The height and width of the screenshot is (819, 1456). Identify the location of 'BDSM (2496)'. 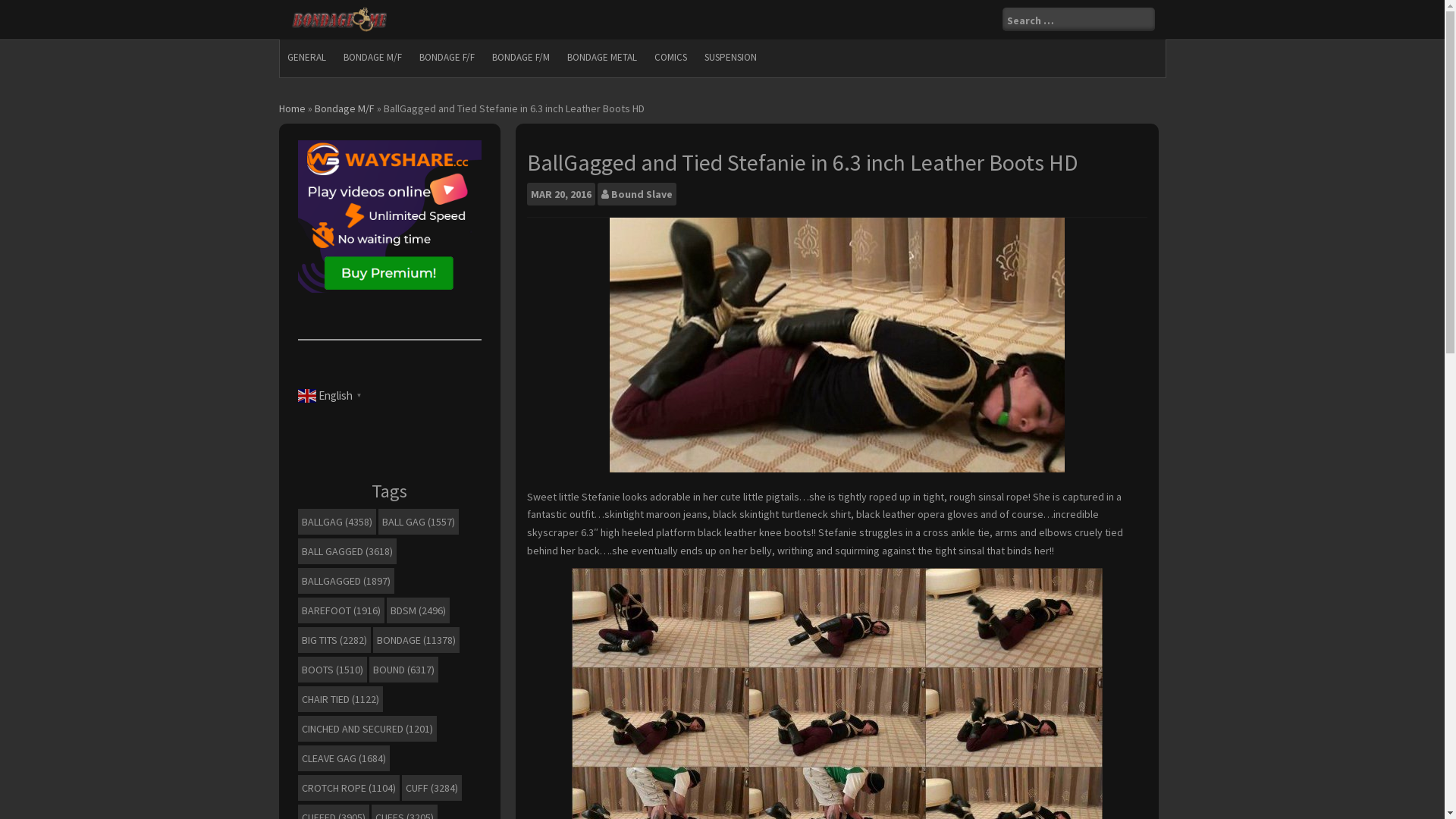
(386, 610).